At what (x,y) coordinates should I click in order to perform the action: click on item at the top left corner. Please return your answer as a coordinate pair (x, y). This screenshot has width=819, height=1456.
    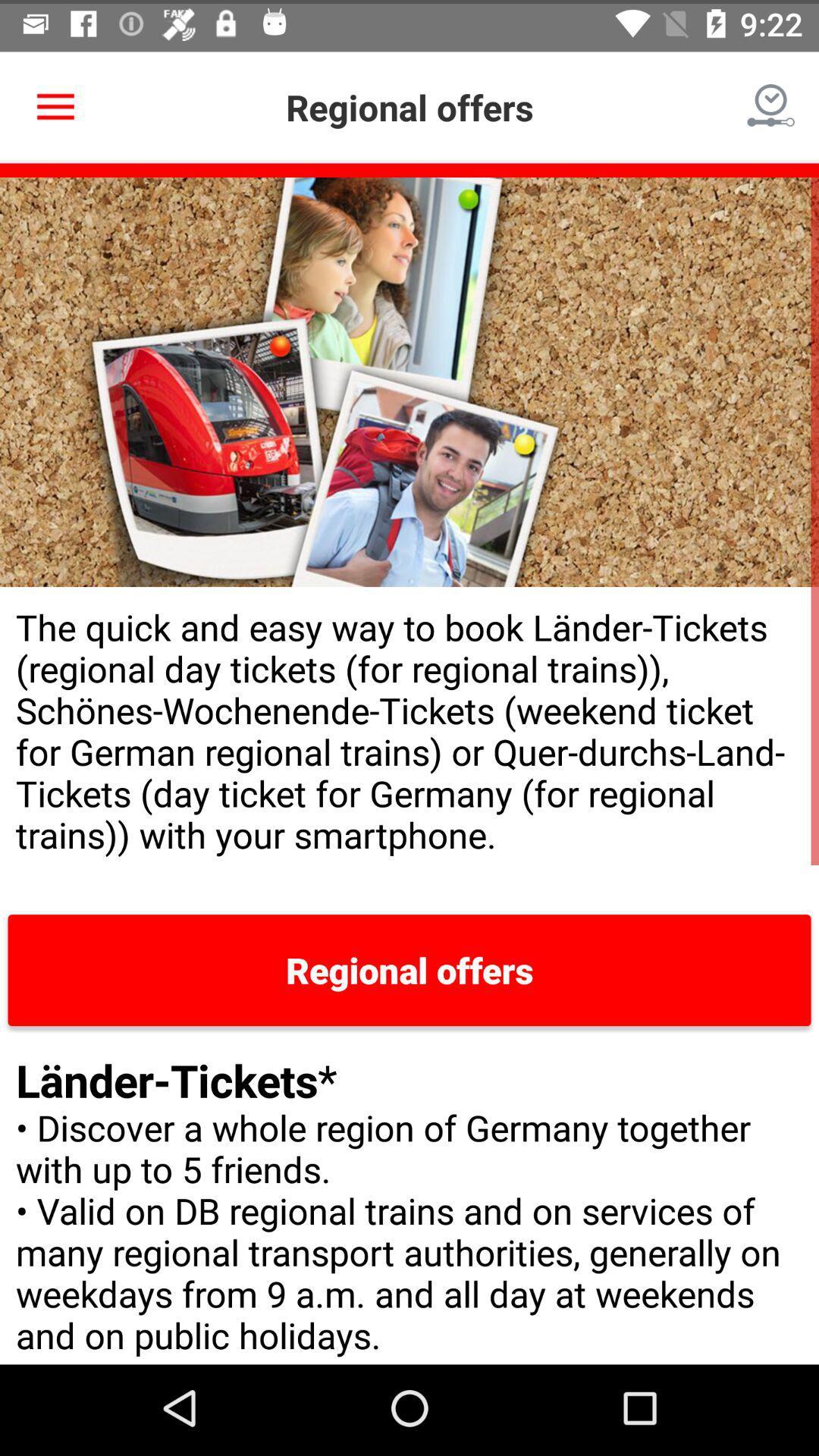
    Looking at the image, I should click on (55, 102).